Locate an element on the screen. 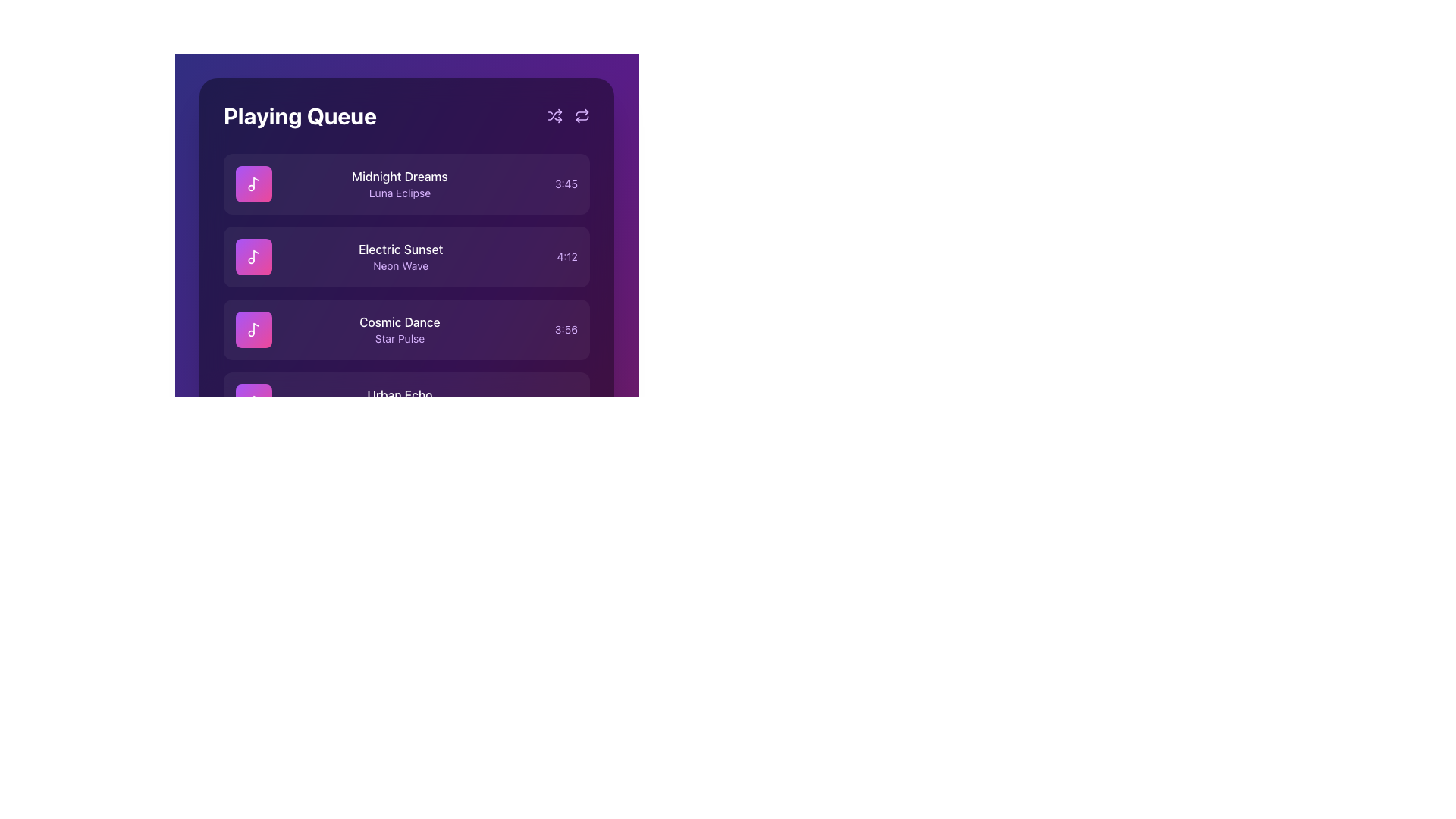  the text label displaying 'Luna Eclipse', which is styled in a smaller purple font and positioned beneath 'Midnight Dreams' in the first item of the track list is located at coordinates (400, 192).